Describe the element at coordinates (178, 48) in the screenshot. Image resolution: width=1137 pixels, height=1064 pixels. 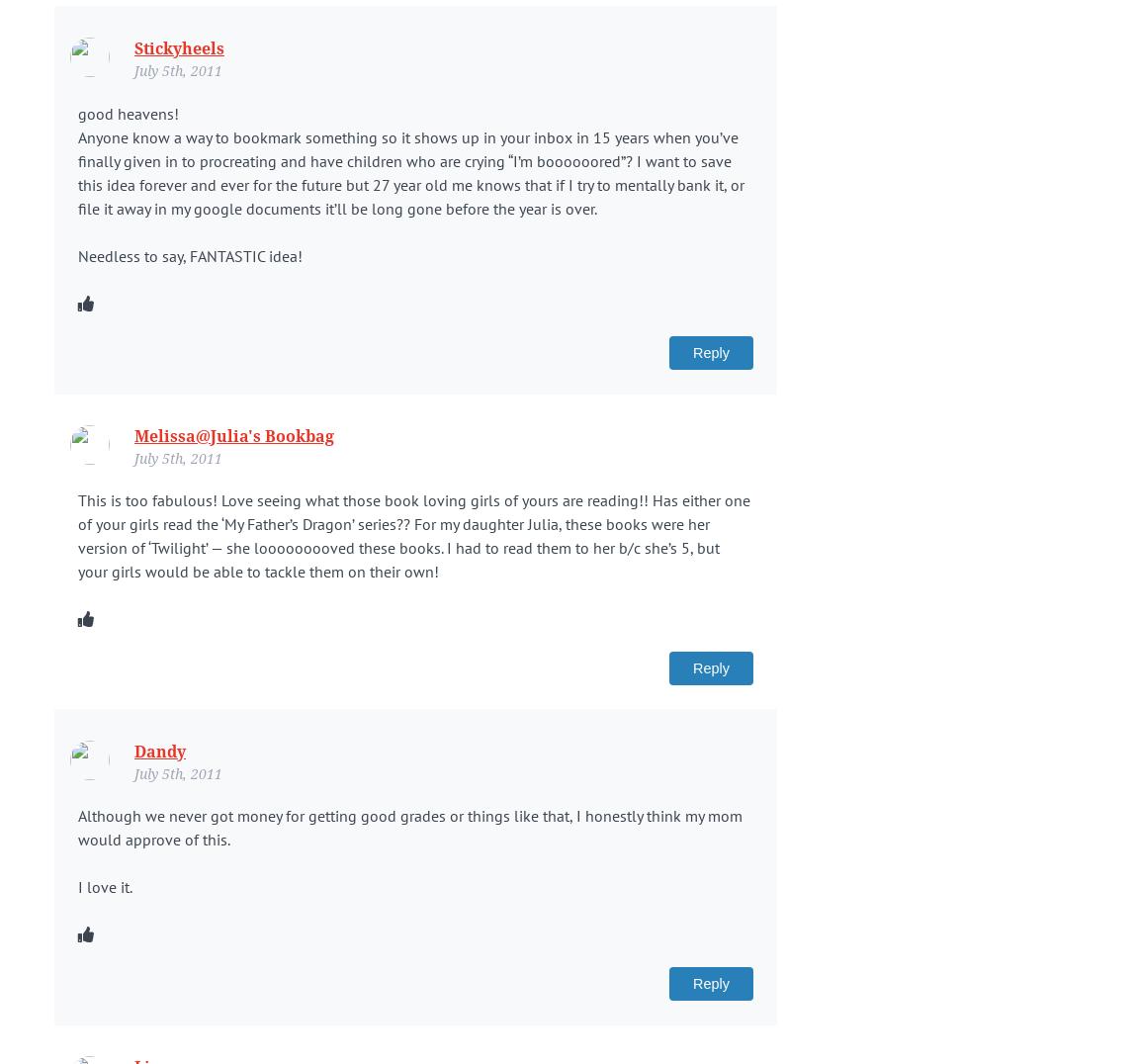
I see `'Stickyheels'` at that location.